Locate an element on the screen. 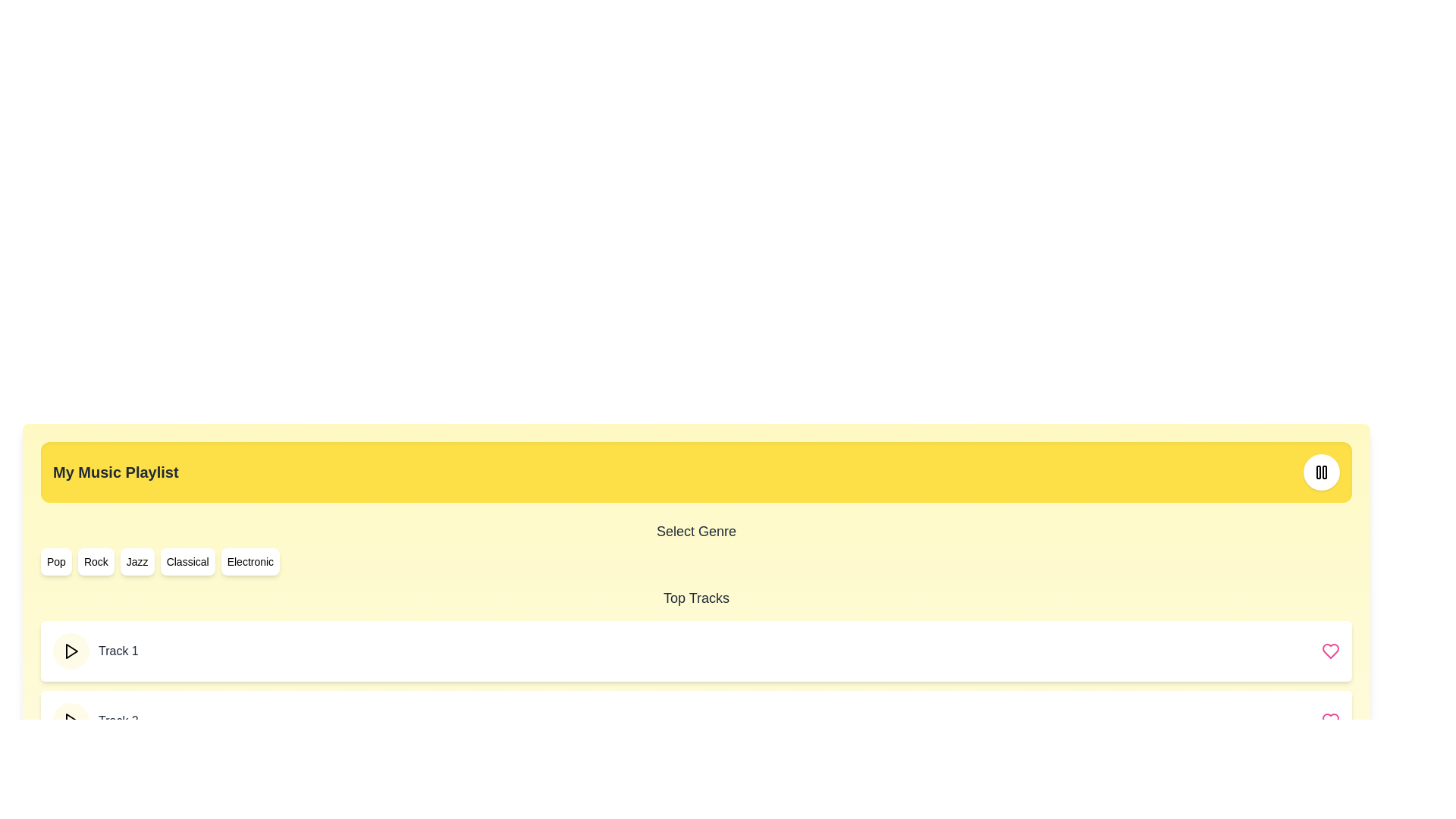 Image resolution: width=1456 pixels, height=819 pixels. the play button, represented by a small rightward-pointing triangular glyph, located within the rectangular area associated with 'Track 2' in the playlist is located at coordinates (71, 720).